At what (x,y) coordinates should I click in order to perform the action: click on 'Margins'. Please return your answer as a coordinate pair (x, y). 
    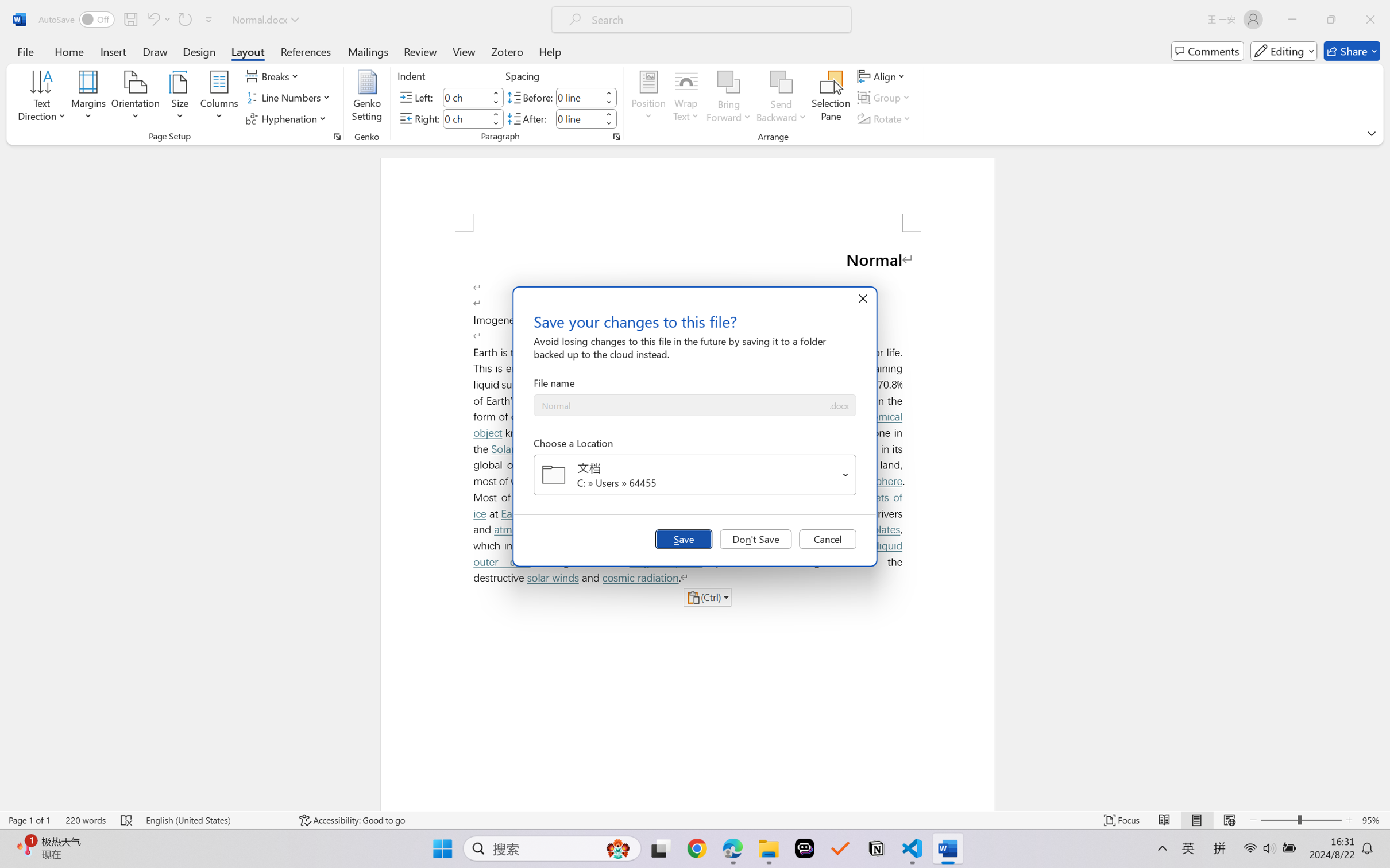
    Looking at the image, I should click on (88, 98).